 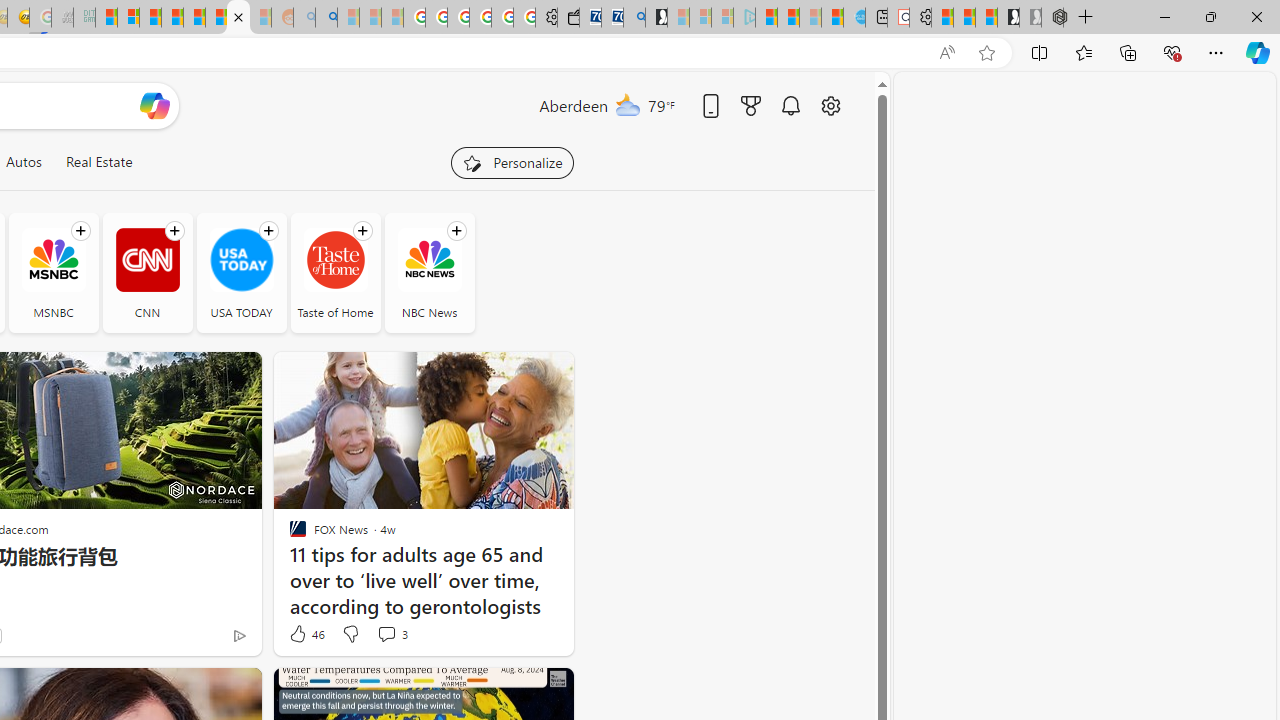 What do you see at coordinates (633, 17) in the screenshot?
I see `'Bing Real Estate - Home sales and rental listings'` at bounding box center [633, 17].